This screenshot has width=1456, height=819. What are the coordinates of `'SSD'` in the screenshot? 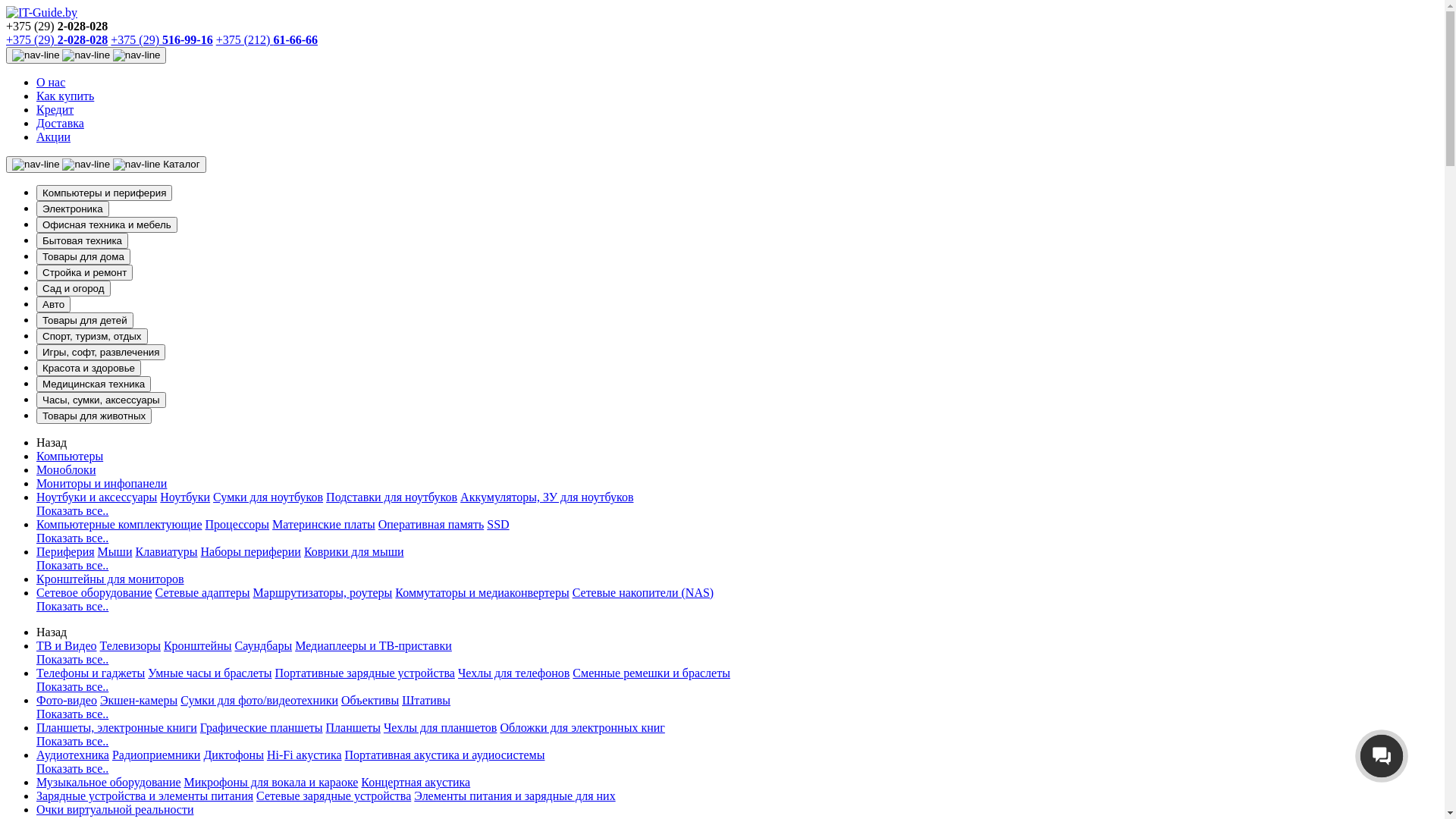 It's located at (487, 523).